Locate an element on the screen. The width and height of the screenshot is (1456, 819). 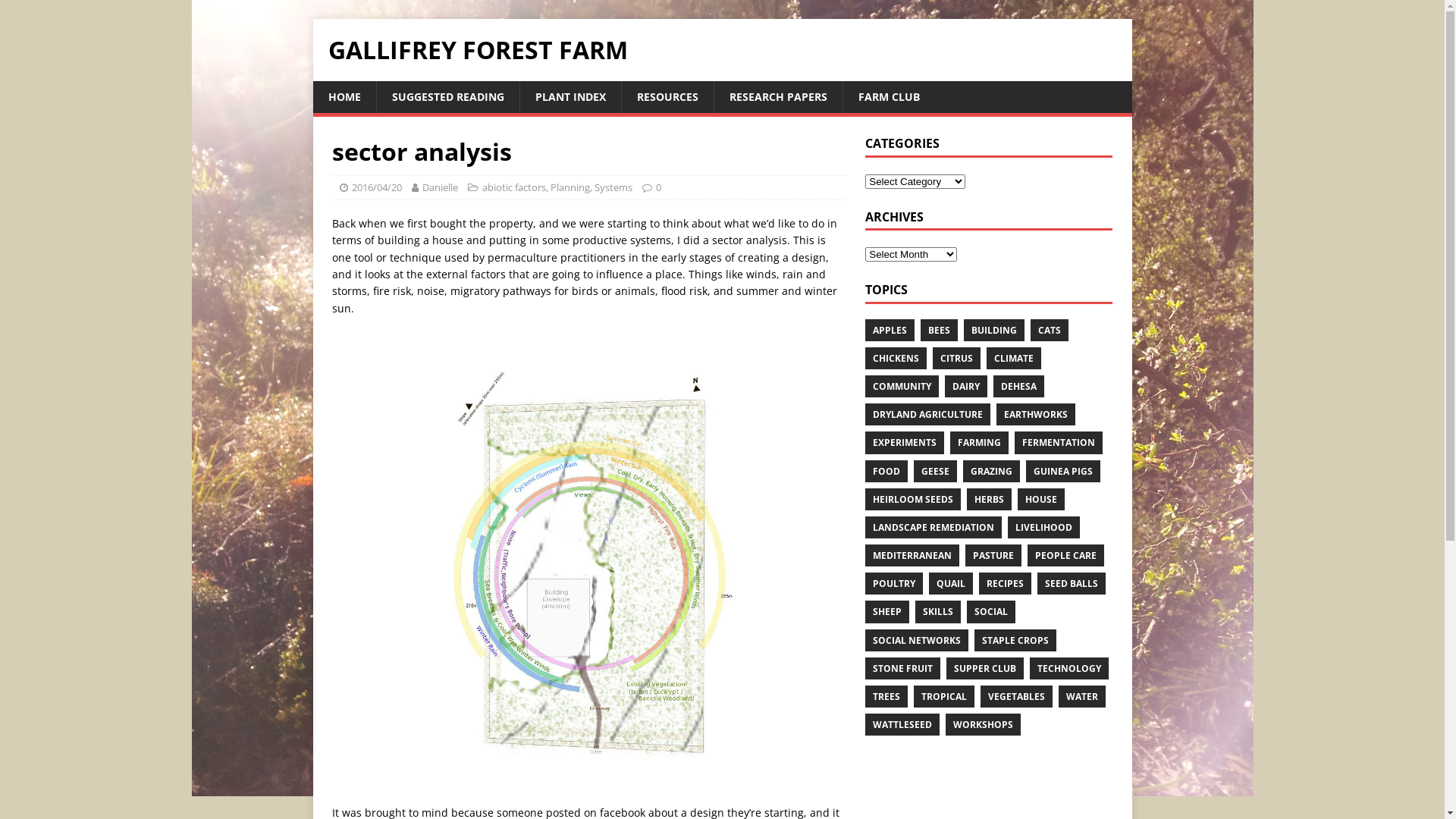
'PASTURE' is located at coordinates (993, 555).